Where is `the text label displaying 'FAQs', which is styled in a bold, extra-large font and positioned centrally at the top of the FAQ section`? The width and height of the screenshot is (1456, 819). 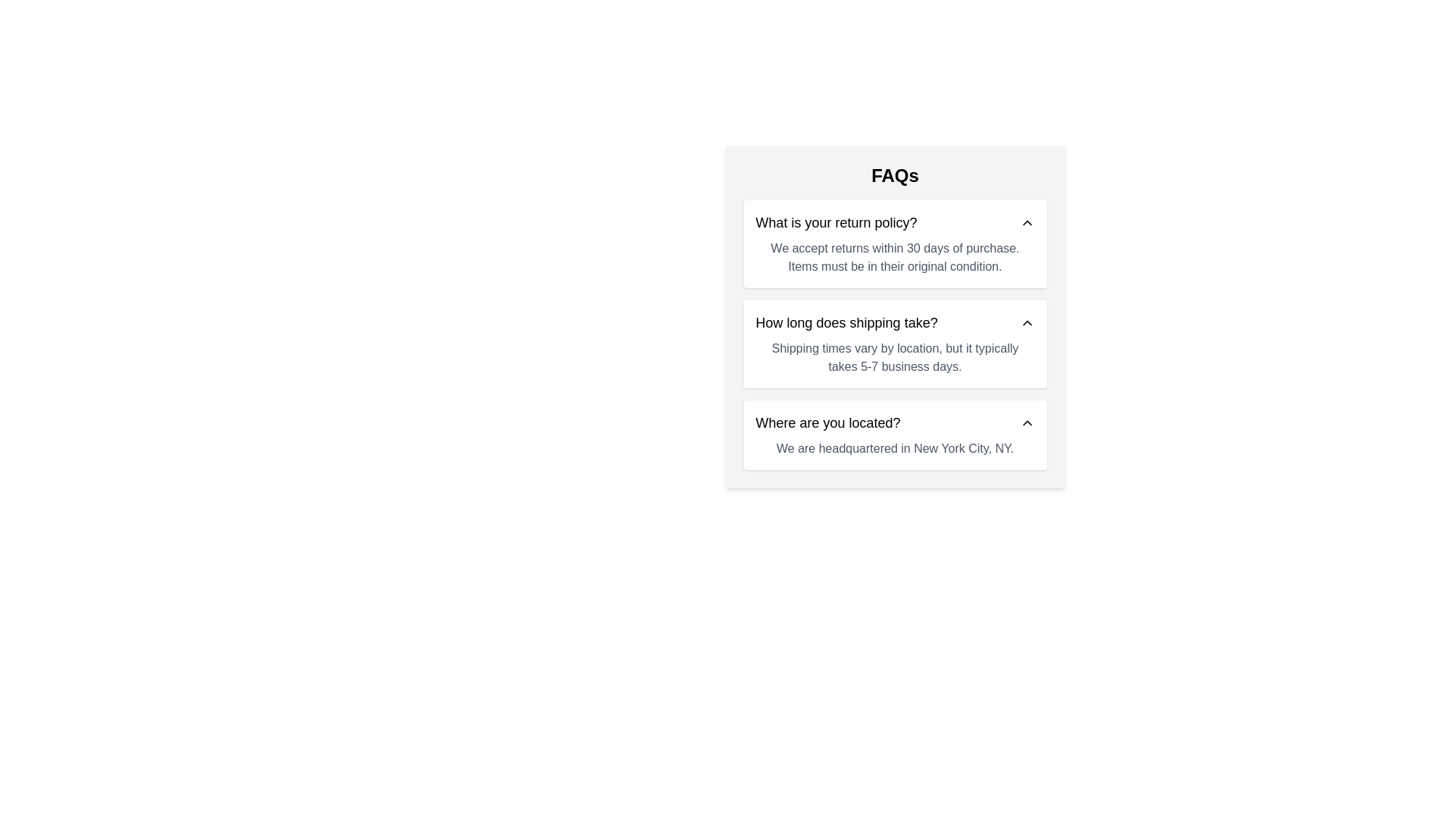 the text label displaying 'FAQs', which is styled in a bold, extra-large font and positioned centrally at the top of the FAQ section is located at coordinates (895, 174).